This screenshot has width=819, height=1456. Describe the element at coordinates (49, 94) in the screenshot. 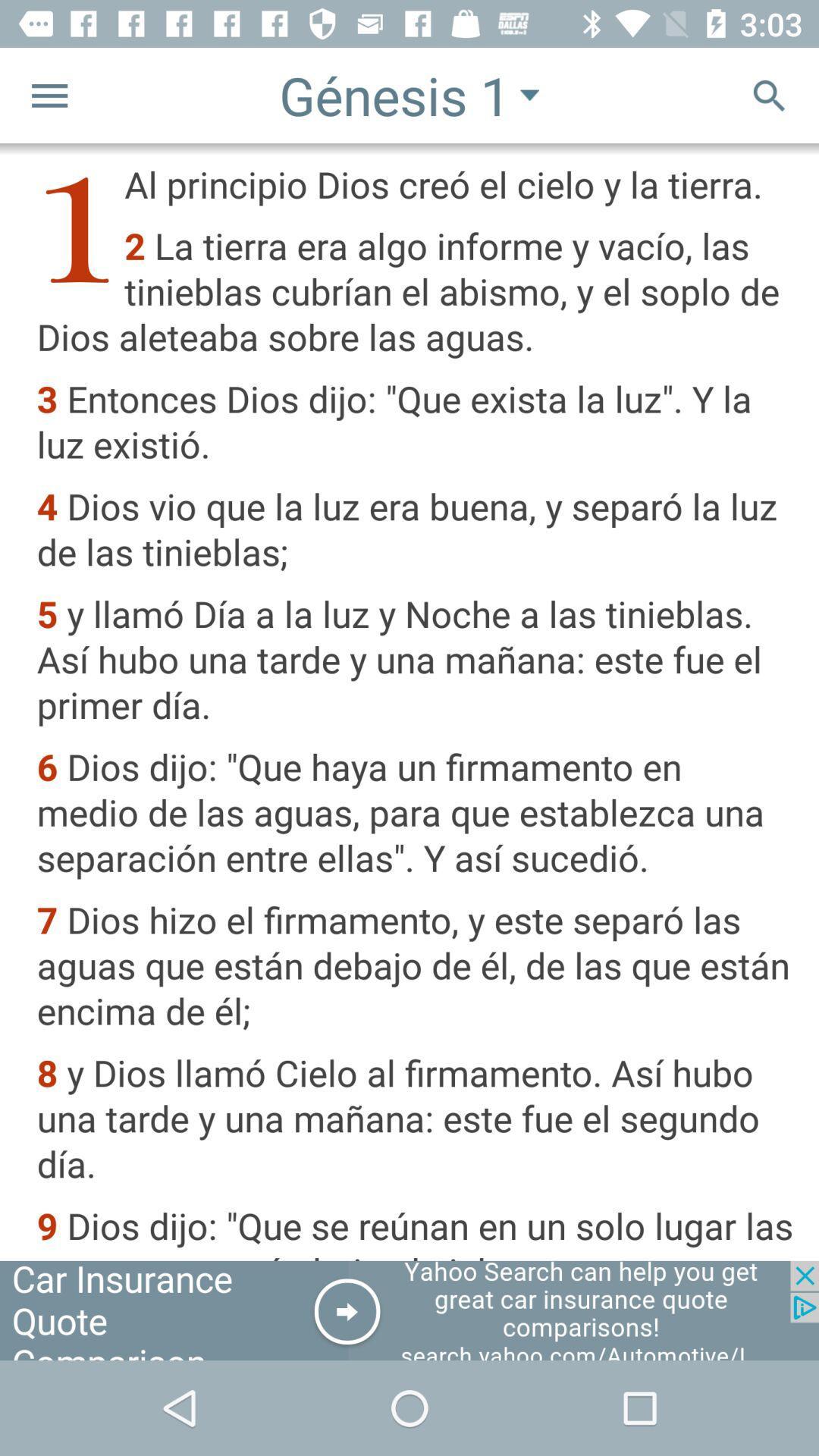

I see `the menu icon` at that location.